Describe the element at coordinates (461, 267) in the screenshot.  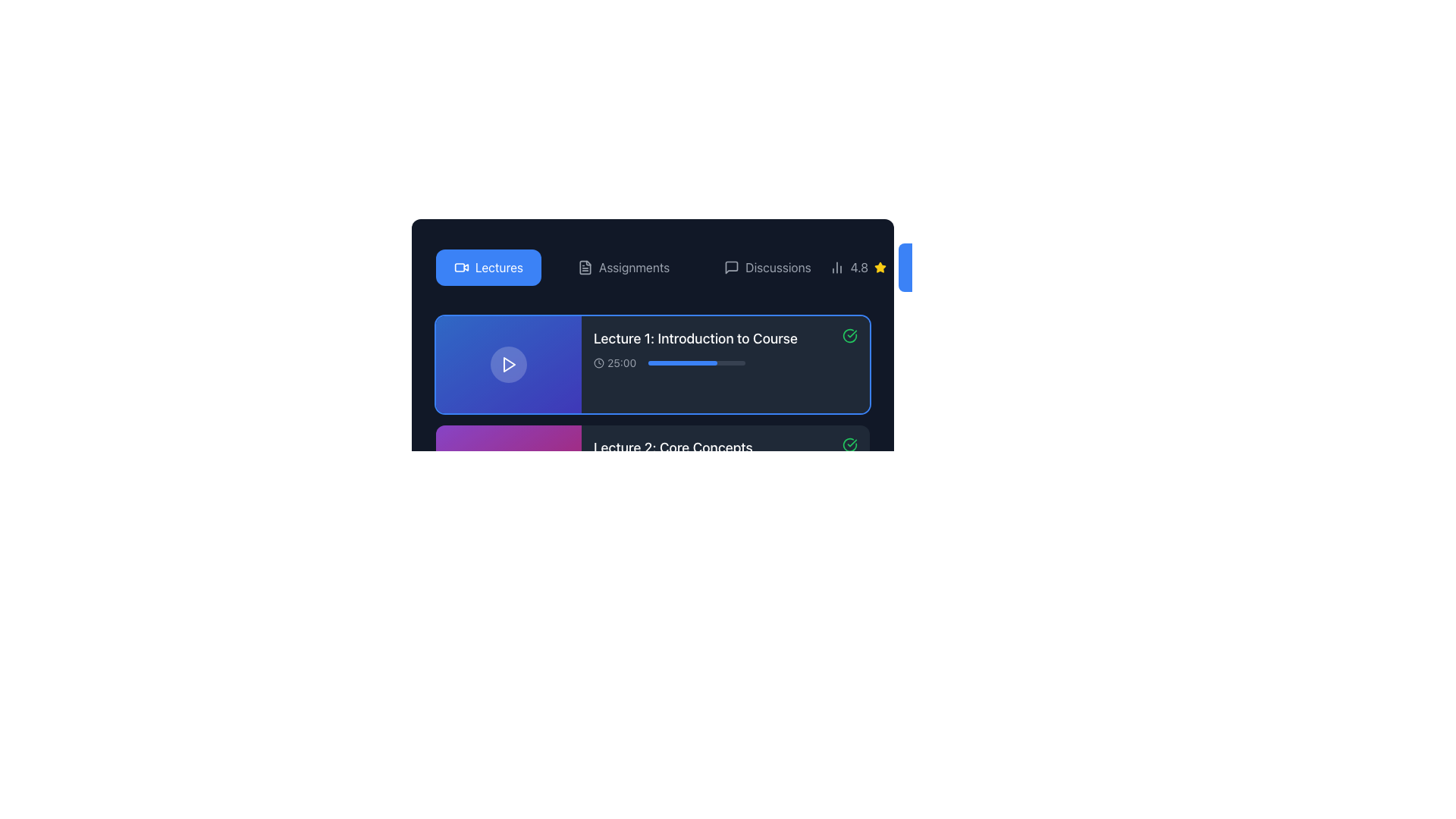
I see `the compact video icon within the 'Lectures' button in the top-left section of the menu bar, which features a play button and a gray stroke design` at that location.